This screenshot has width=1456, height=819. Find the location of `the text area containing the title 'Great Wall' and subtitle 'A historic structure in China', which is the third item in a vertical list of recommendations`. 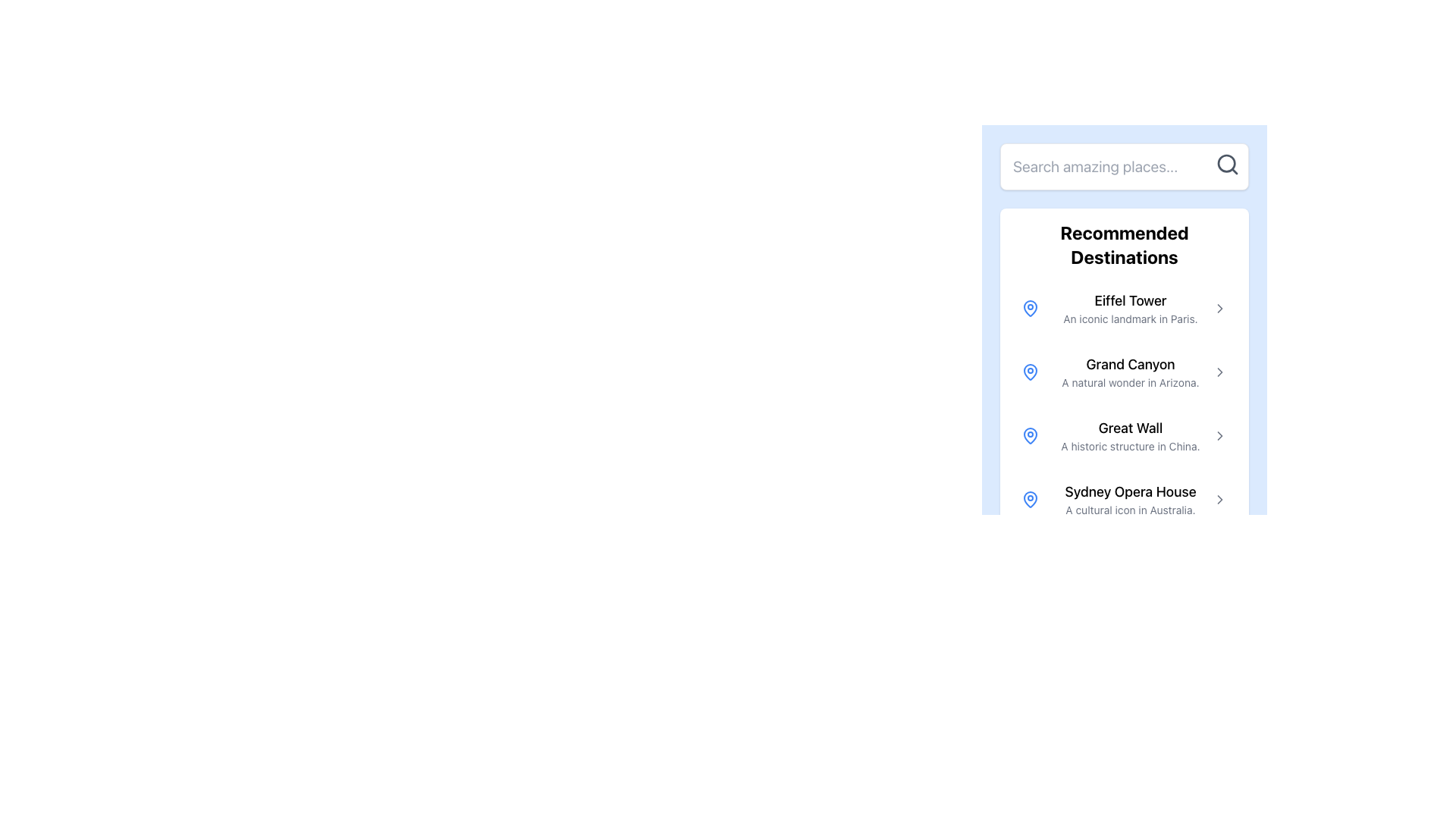

the text area containing the title 'Great Wall' and subtitle 'A historic structure in China', which is the third item in a vertical list of recommendations is located at coordinates (1131, 435).